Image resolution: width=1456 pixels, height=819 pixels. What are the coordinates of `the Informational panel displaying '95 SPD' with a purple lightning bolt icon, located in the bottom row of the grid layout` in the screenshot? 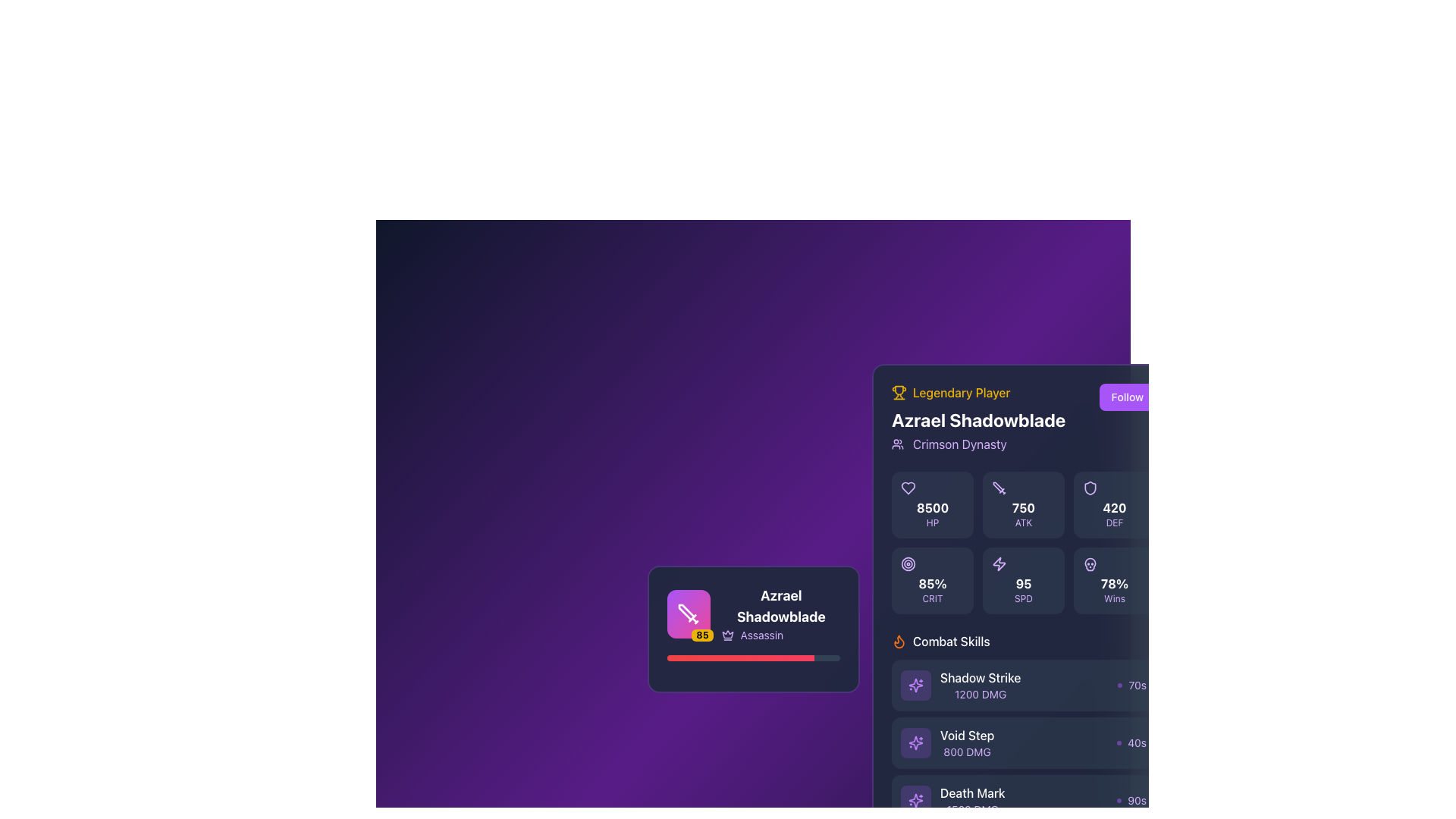 It's located at (1023, 580).